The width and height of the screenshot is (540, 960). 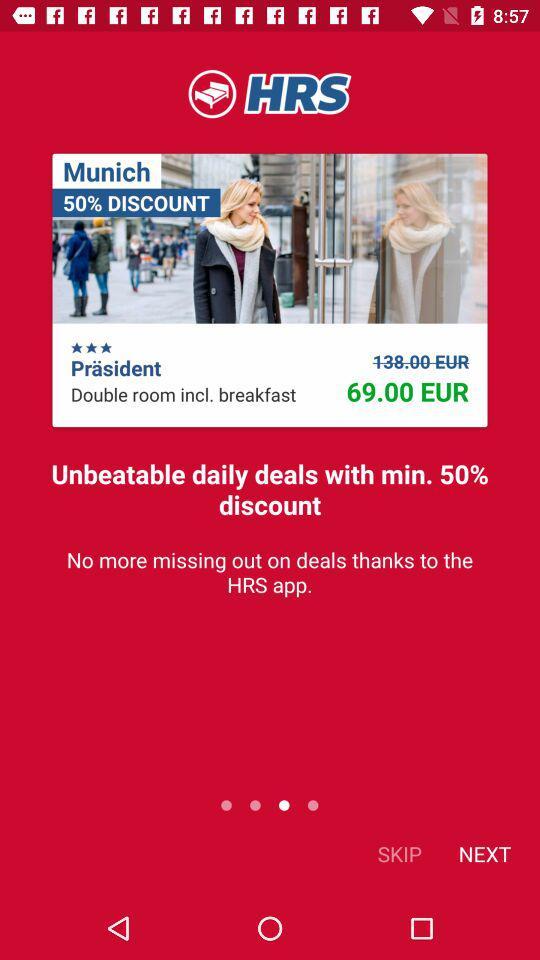 I want to click on item below no more missing, so click(x=483, y=852).